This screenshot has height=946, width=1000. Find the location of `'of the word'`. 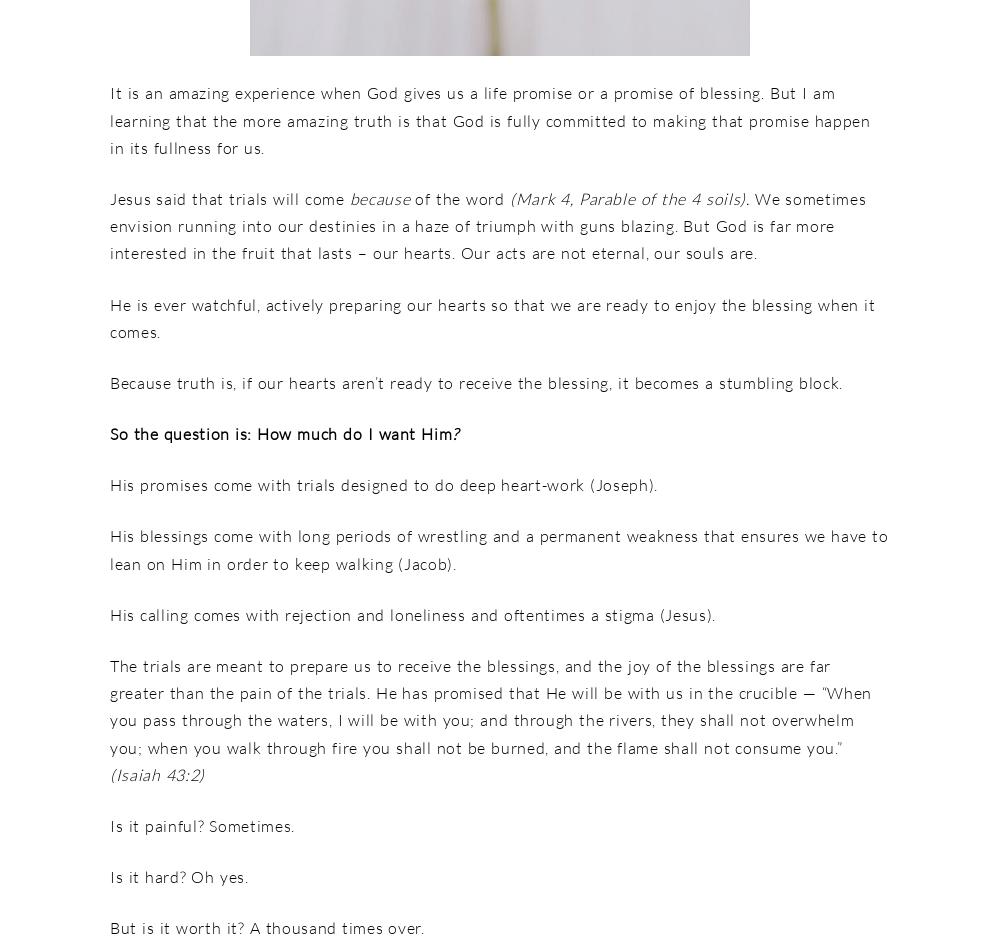

'of the word' is located at coordinates (458, 197).